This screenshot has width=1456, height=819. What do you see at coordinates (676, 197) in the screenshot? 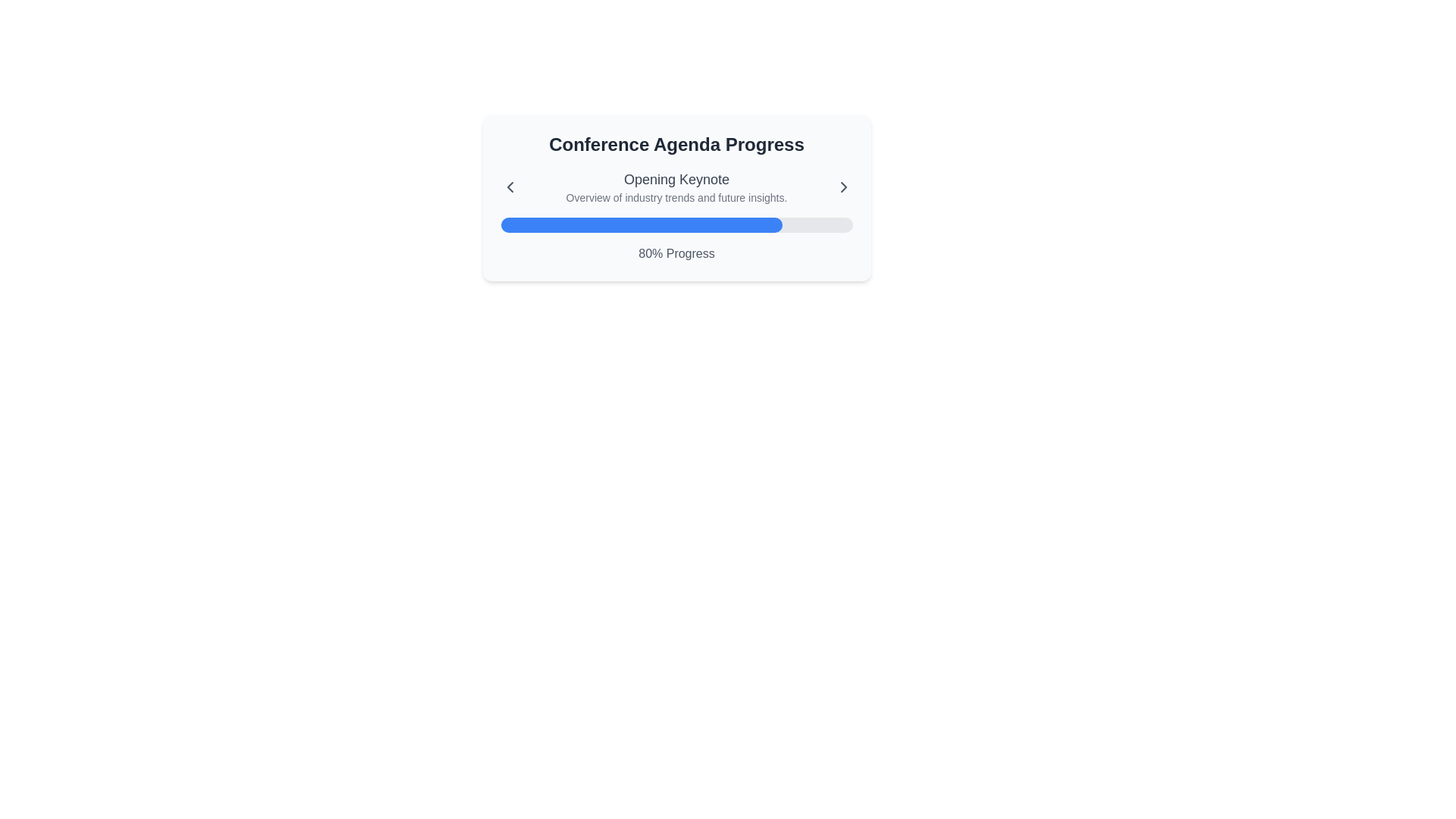
I see `the text label that provides additional information related to the main title 'Opening Keynote', located directly below the heading and centered within the card layout` at bounding box center [676, 197].